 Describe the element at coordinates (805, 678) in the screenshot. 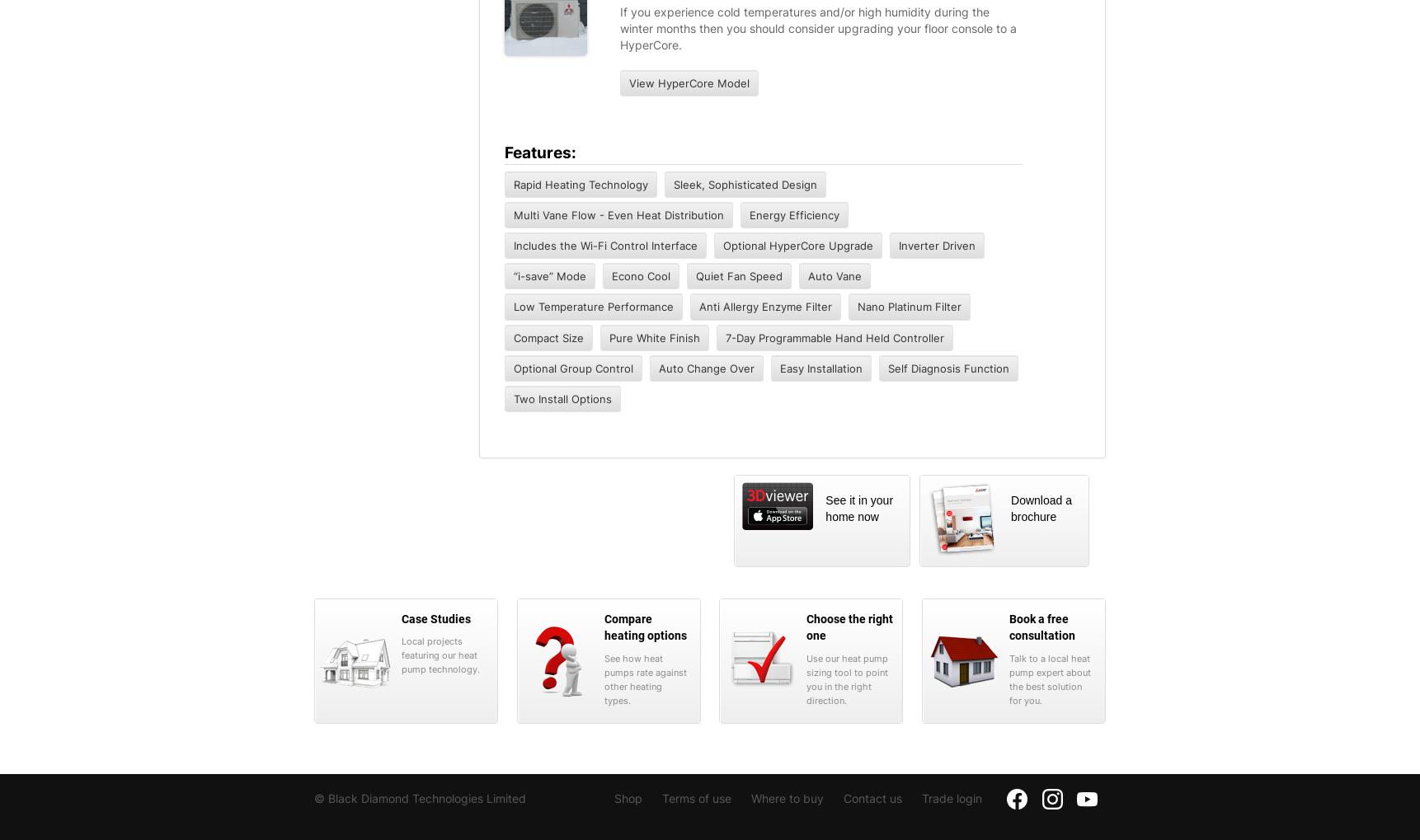

I see `'Use our heat pump sizing tool to point you in the right direction.'` at that location.